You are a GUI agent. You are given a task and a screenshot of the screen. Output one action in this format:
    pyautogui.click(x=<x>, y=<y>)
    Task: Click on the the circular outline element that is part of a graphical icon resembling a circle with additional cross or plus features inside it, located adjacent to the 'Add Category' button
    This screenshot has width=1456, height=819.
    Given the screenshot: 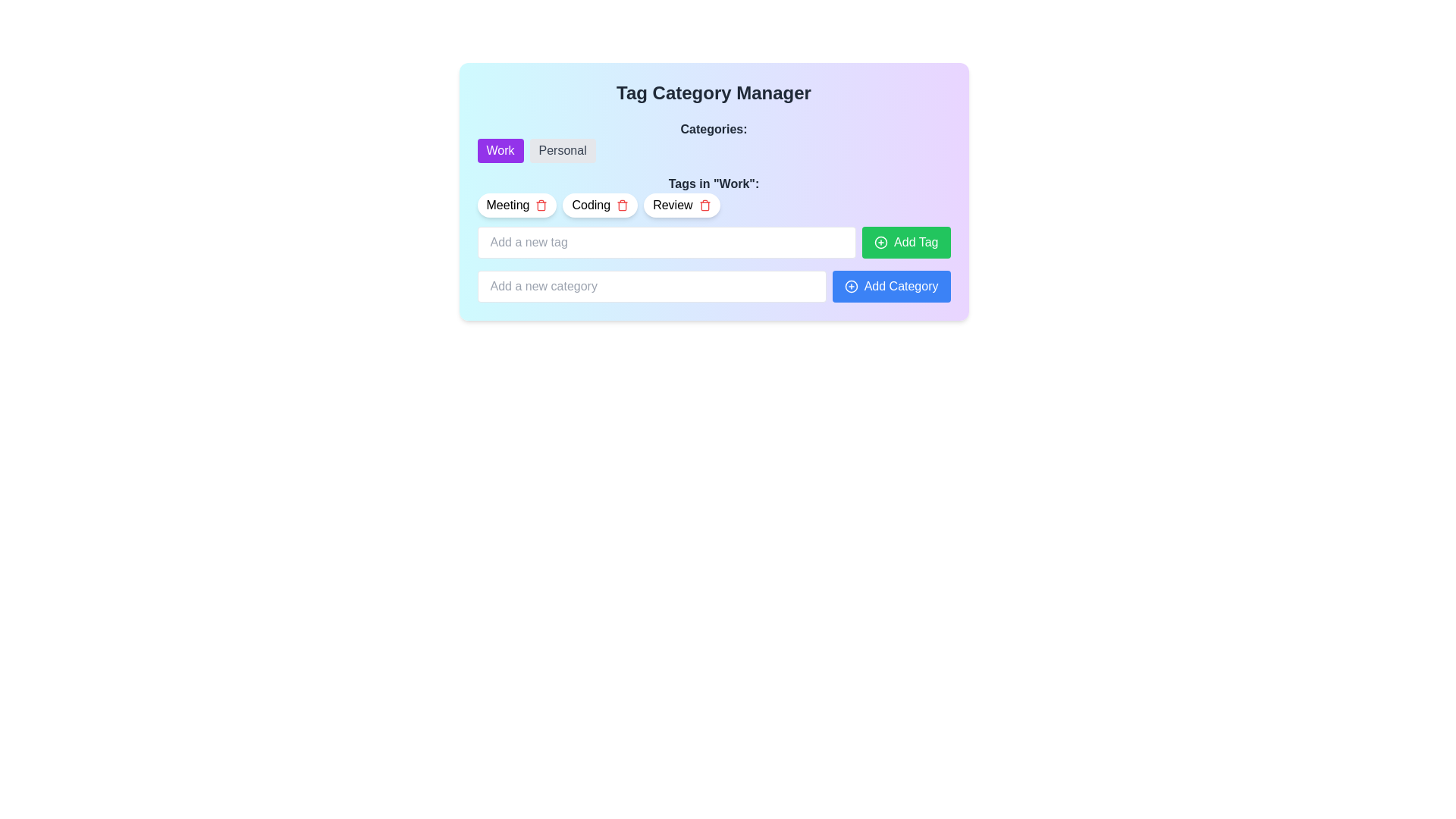 What is the action you would take?
    pyautogui.click(x=851, y=287)
    